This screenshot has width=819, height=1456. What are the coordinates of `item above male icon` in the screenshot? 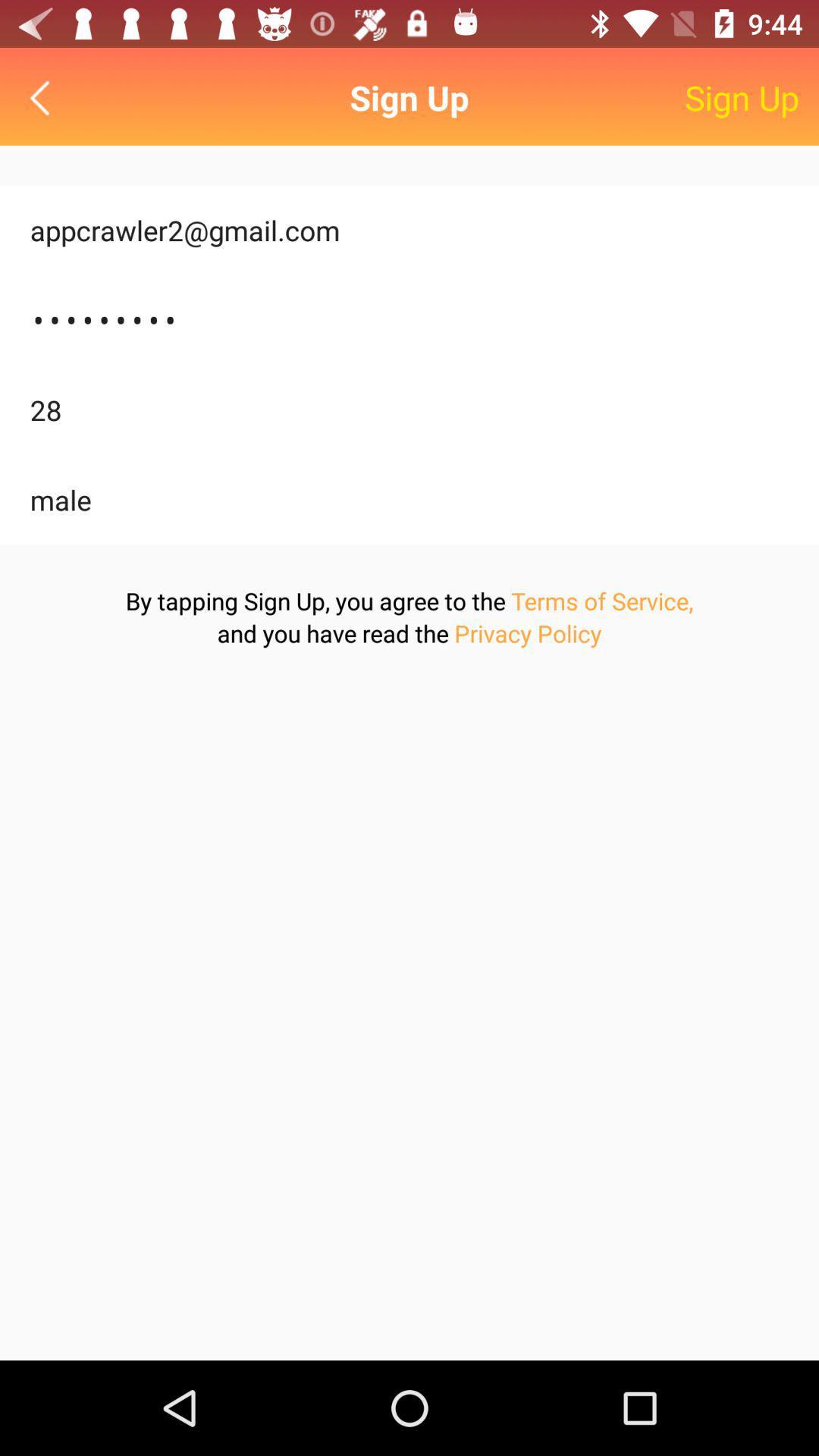 It's located at (409, 409).